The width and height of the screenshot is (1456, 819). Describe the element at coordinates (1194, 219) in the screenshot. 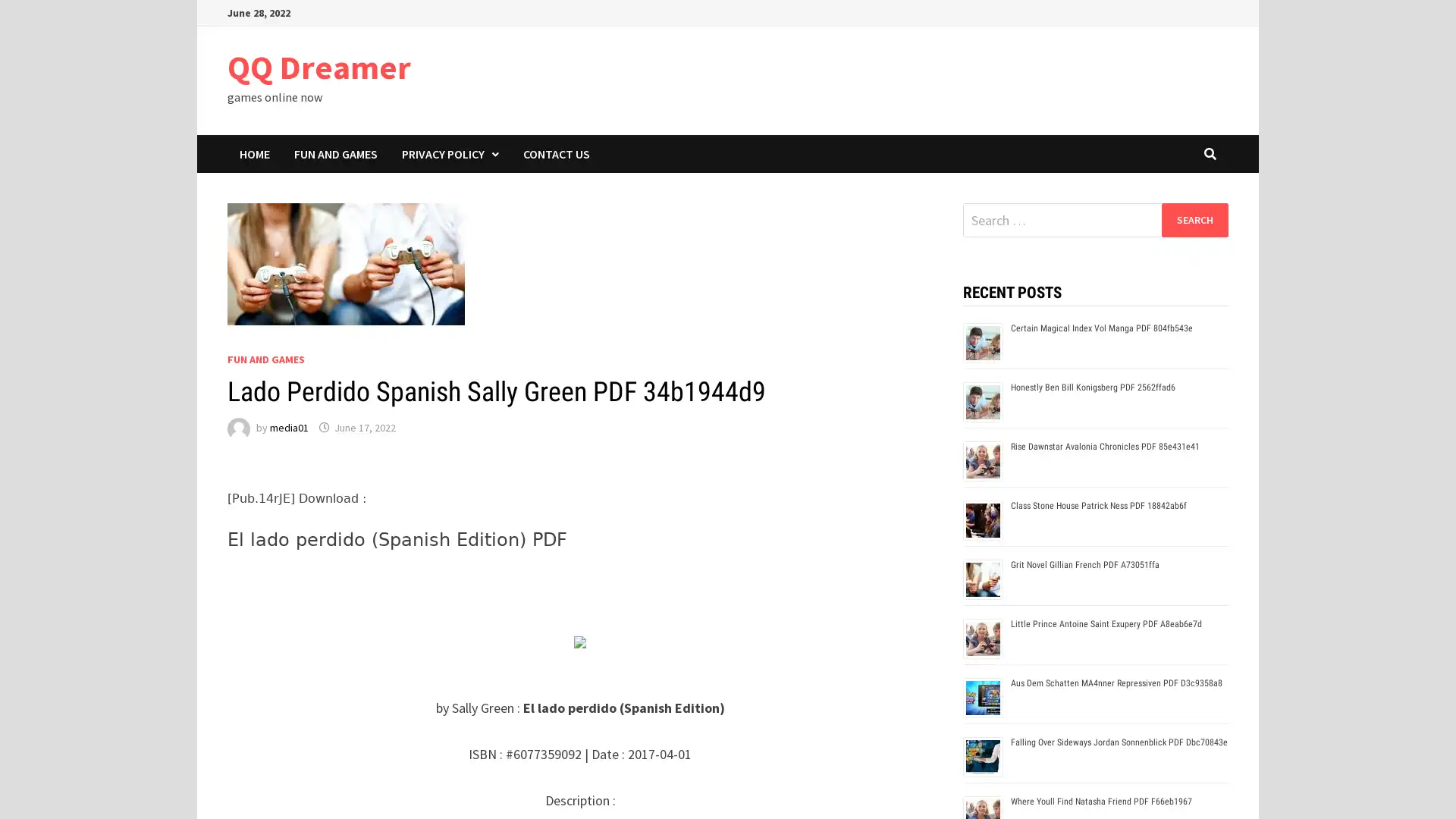

I see `Search` at that location.